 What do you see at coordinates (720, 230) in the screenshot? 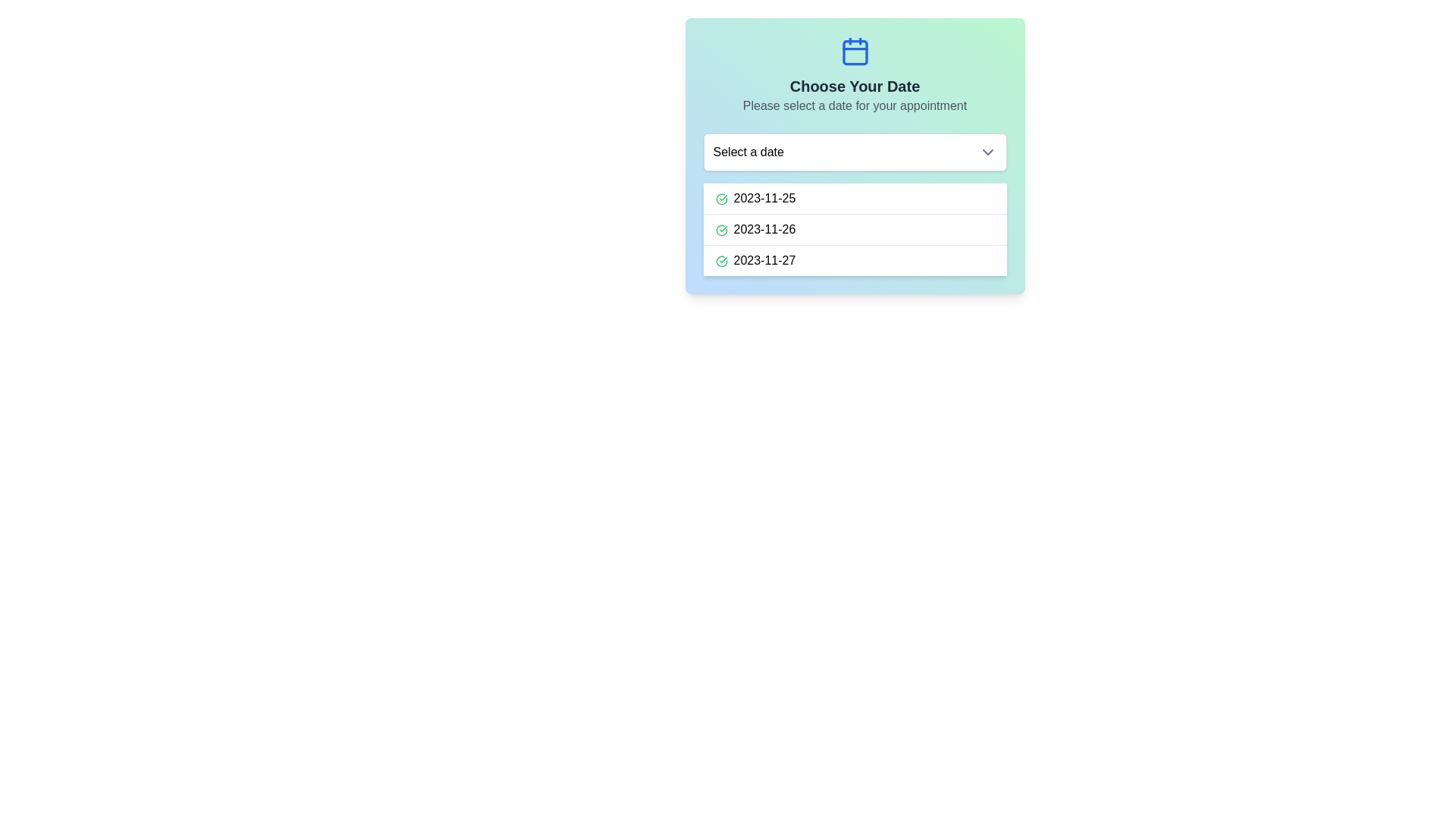
I see `the Status Icon located to the left of the date '2023-11-26' in the selectable list of dates` at bounding box center [720, 230].